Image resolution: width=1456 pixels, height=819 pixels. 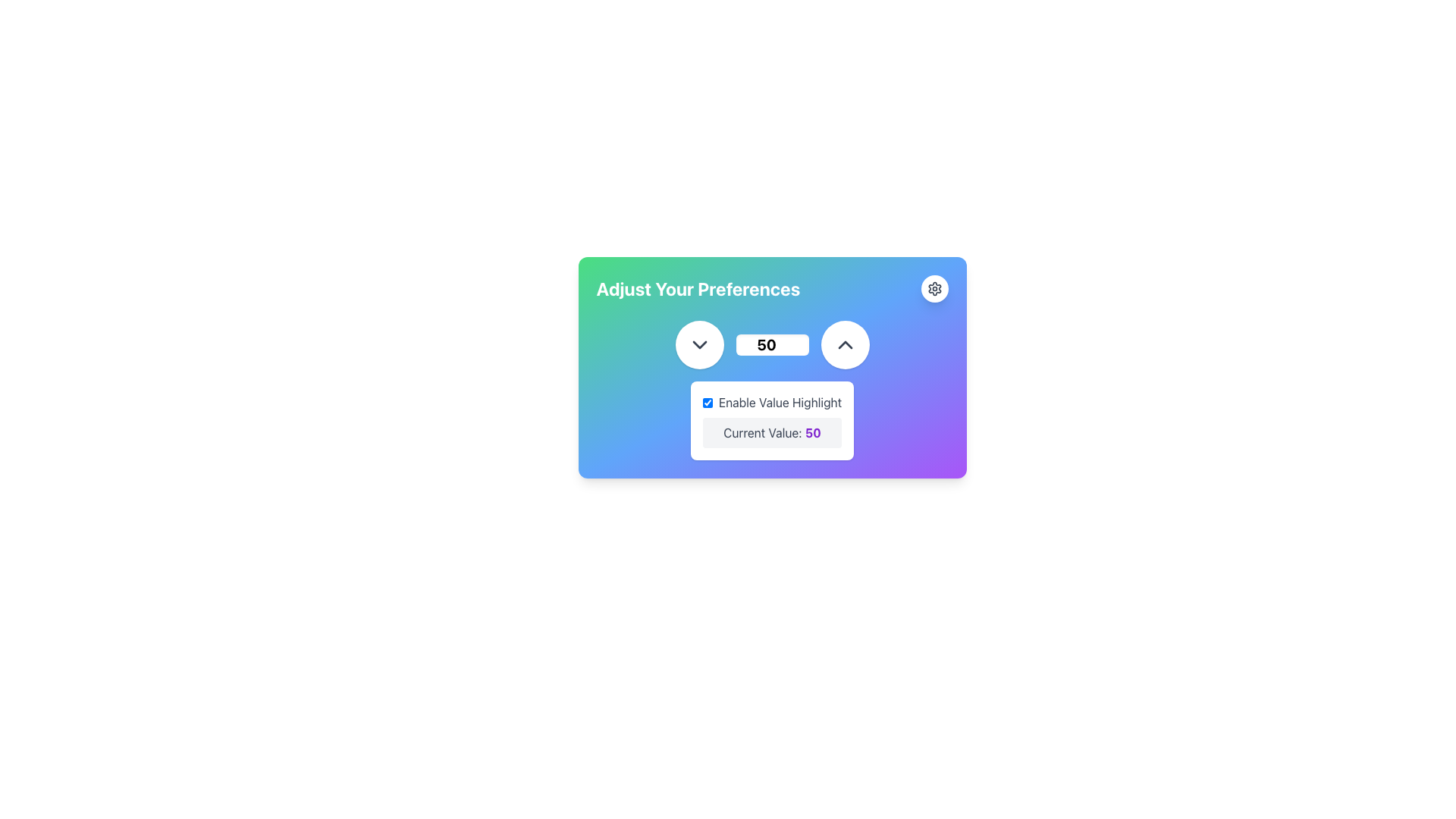 I want to click on the small, rounded purple checkbox located to the left of the 'Enable Value Highlight' label, so click(x=707, y=402).